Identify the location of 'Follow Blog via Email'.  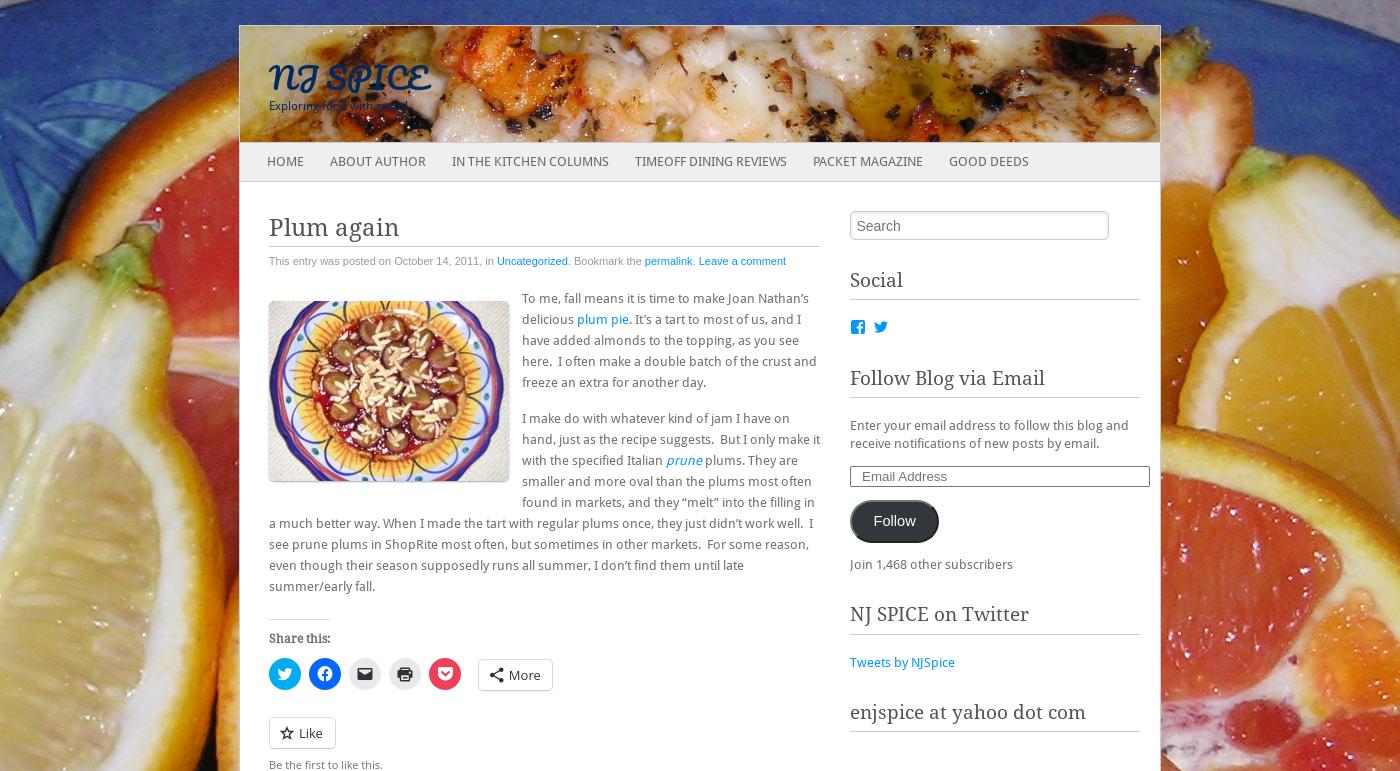
(946, 377).